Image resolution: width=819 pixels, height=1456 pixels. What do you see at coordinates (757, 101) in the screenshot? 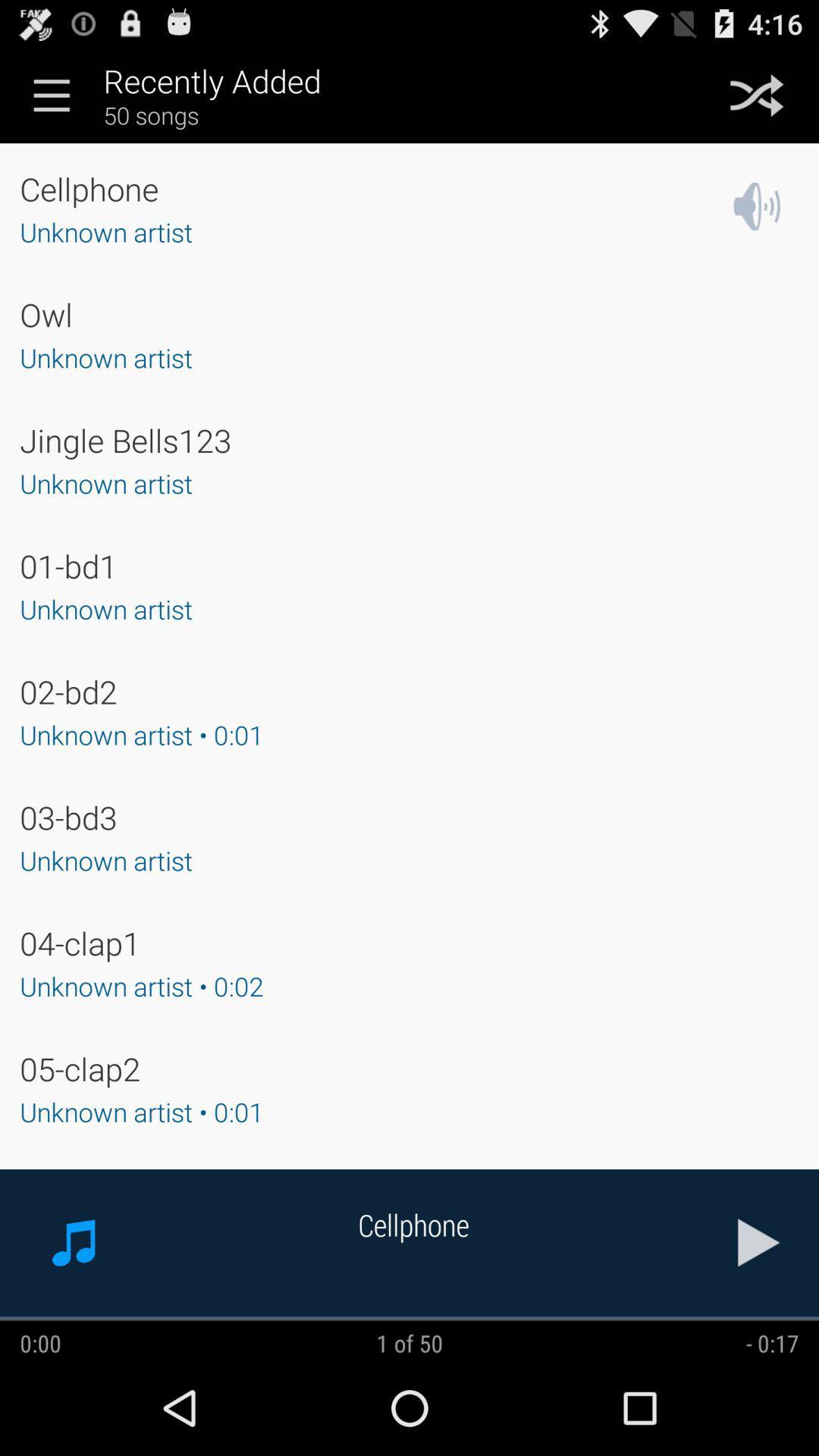
I see `the close icon` at bounding box center [757, 101].